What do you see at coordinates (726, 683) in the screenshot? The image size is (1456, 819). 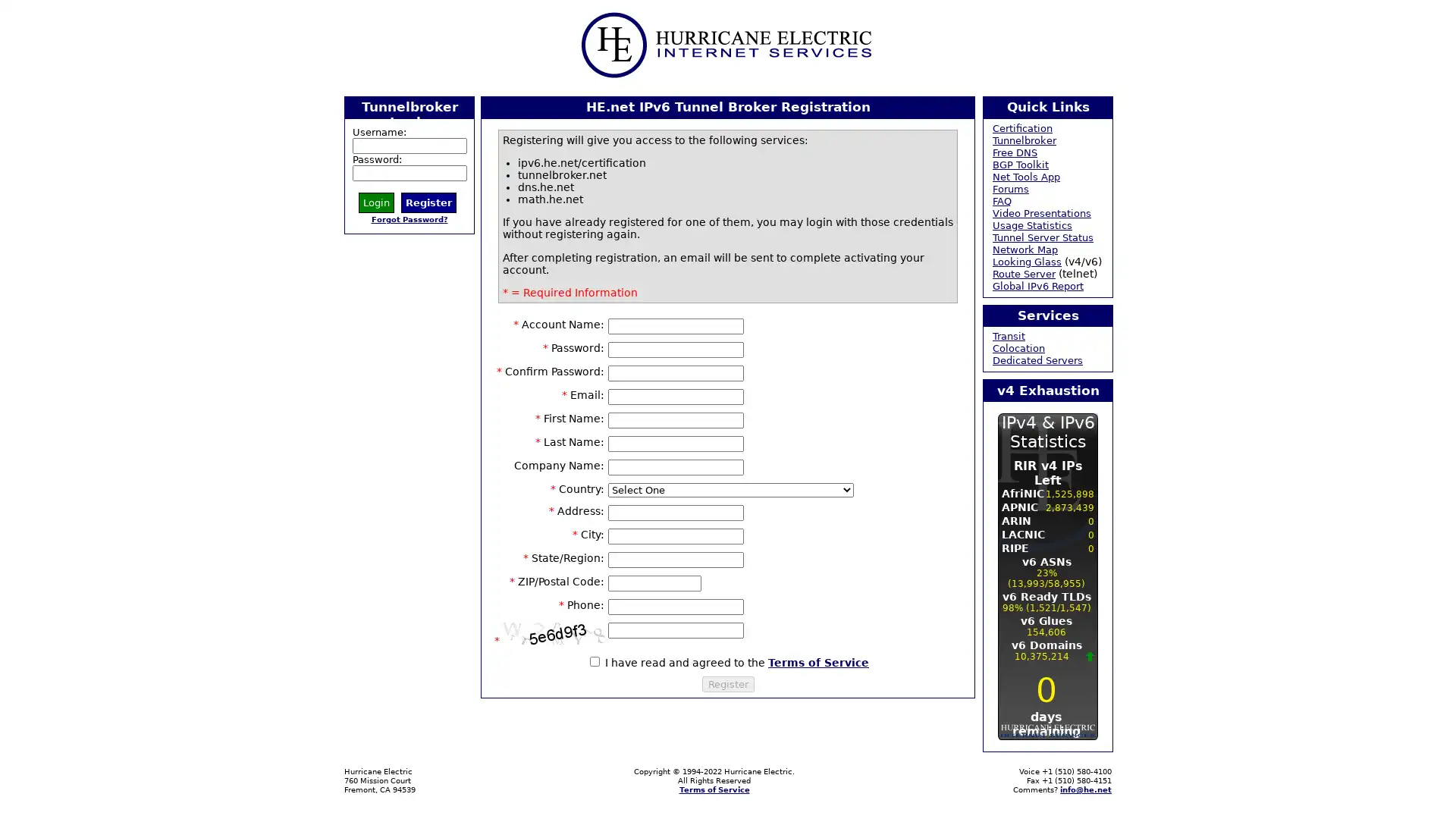 I see `Register` at bounding box center [726, 683].